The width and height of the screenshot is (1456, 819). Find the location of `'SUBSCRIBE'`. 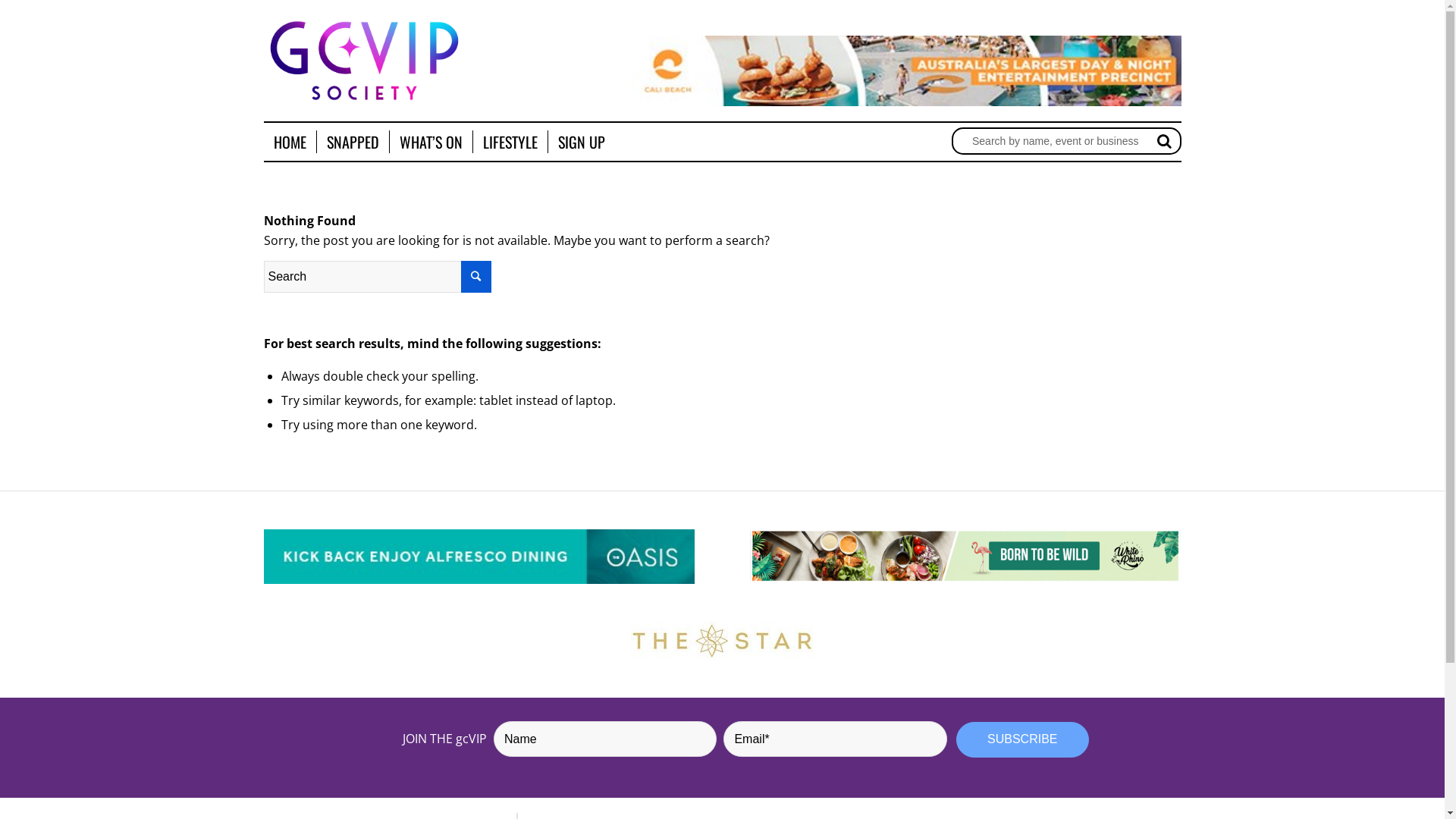

'SUBSCRIBE' is located at coordinates (1022, 739).